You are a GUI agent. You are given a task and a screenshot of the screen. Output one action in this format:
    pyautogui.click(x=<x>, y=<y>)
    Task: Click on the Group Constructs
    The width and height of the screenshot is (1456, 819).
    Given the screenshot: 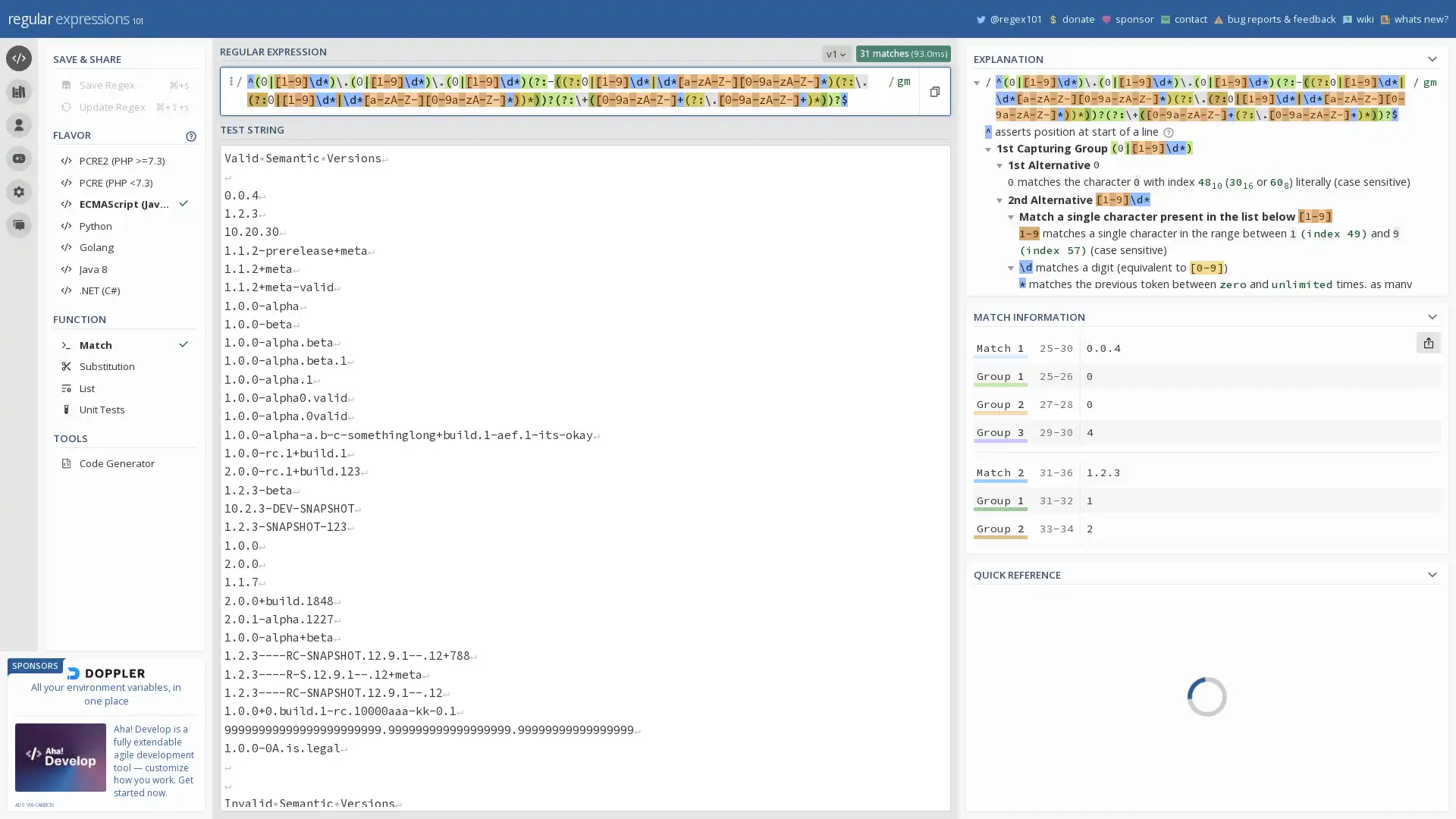 What is the action you would take?
    pyautogui.click(x=1044, y=759)
    